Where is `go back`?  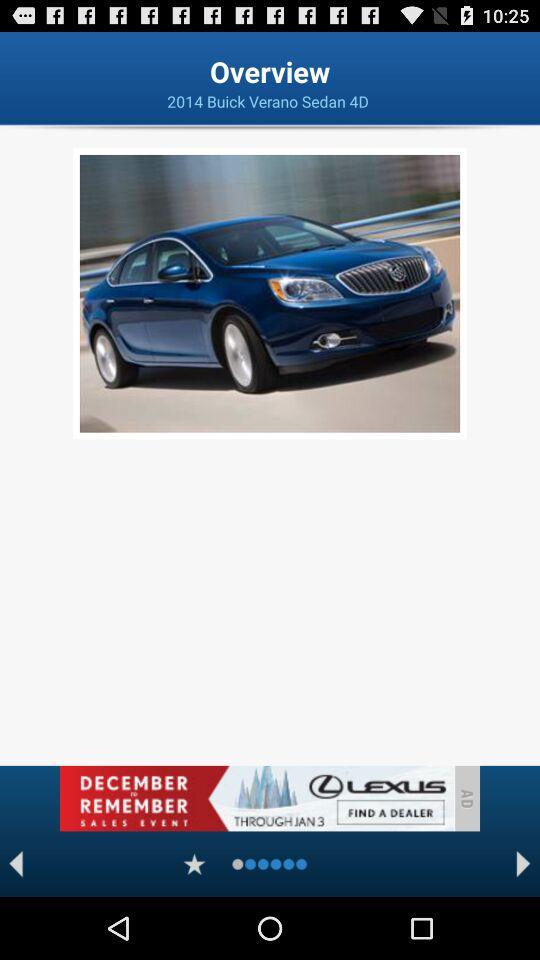 go back is located at coordinates (15, 863).